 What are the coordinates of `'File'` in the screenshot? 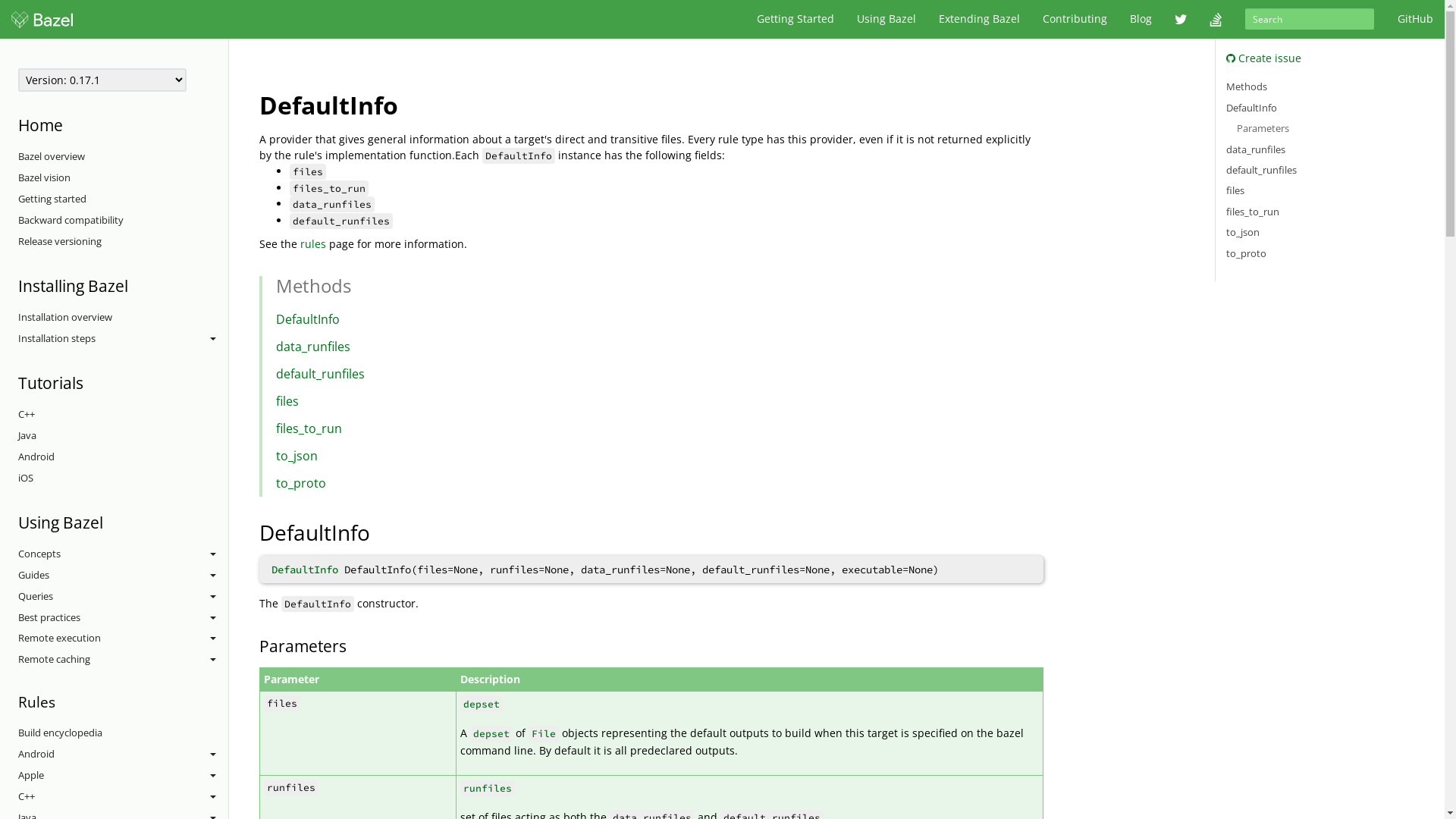 It's located at (543, 732).